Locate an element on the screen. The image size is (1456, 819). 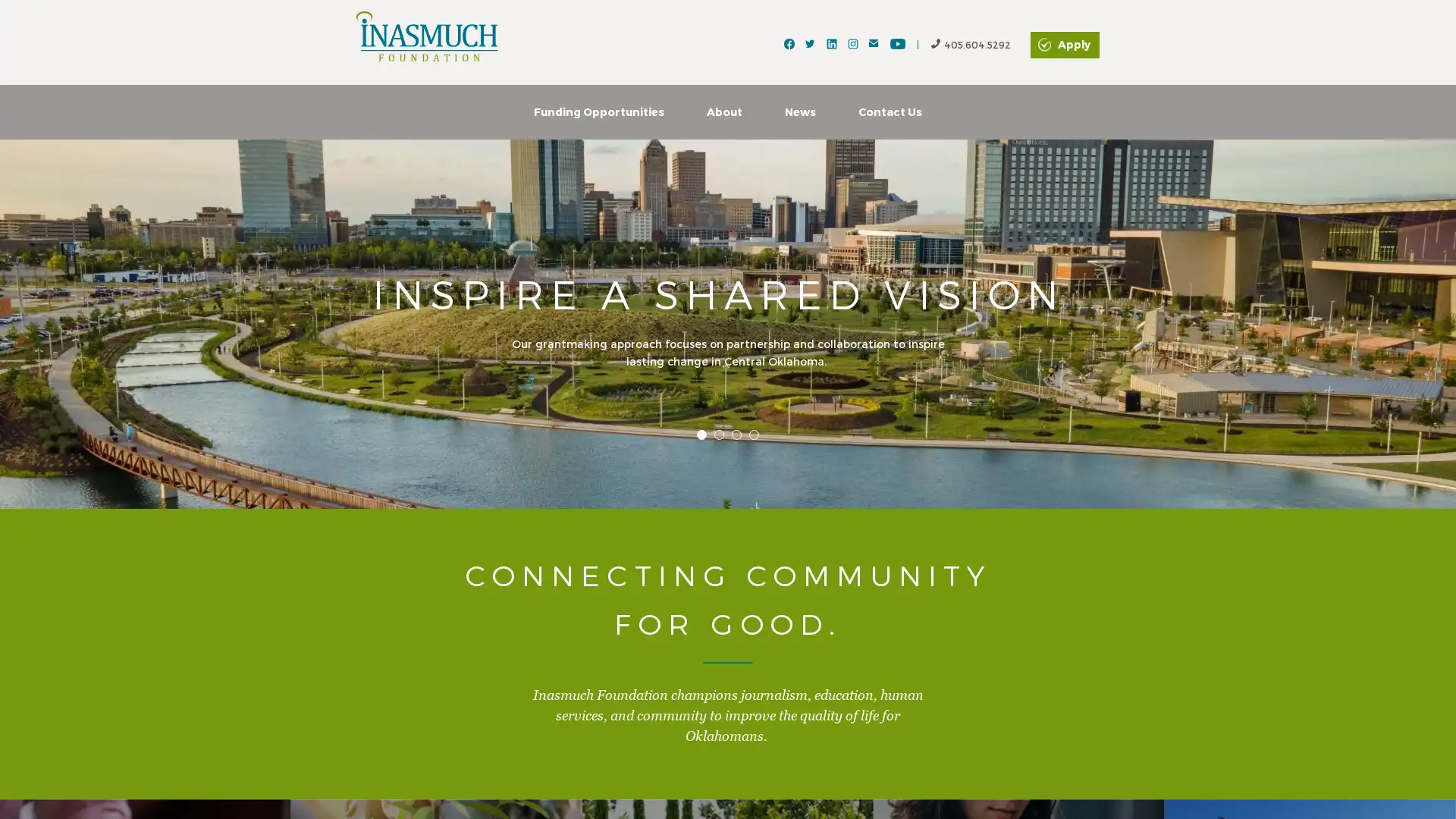
3 is located at coordinates (736, 434).